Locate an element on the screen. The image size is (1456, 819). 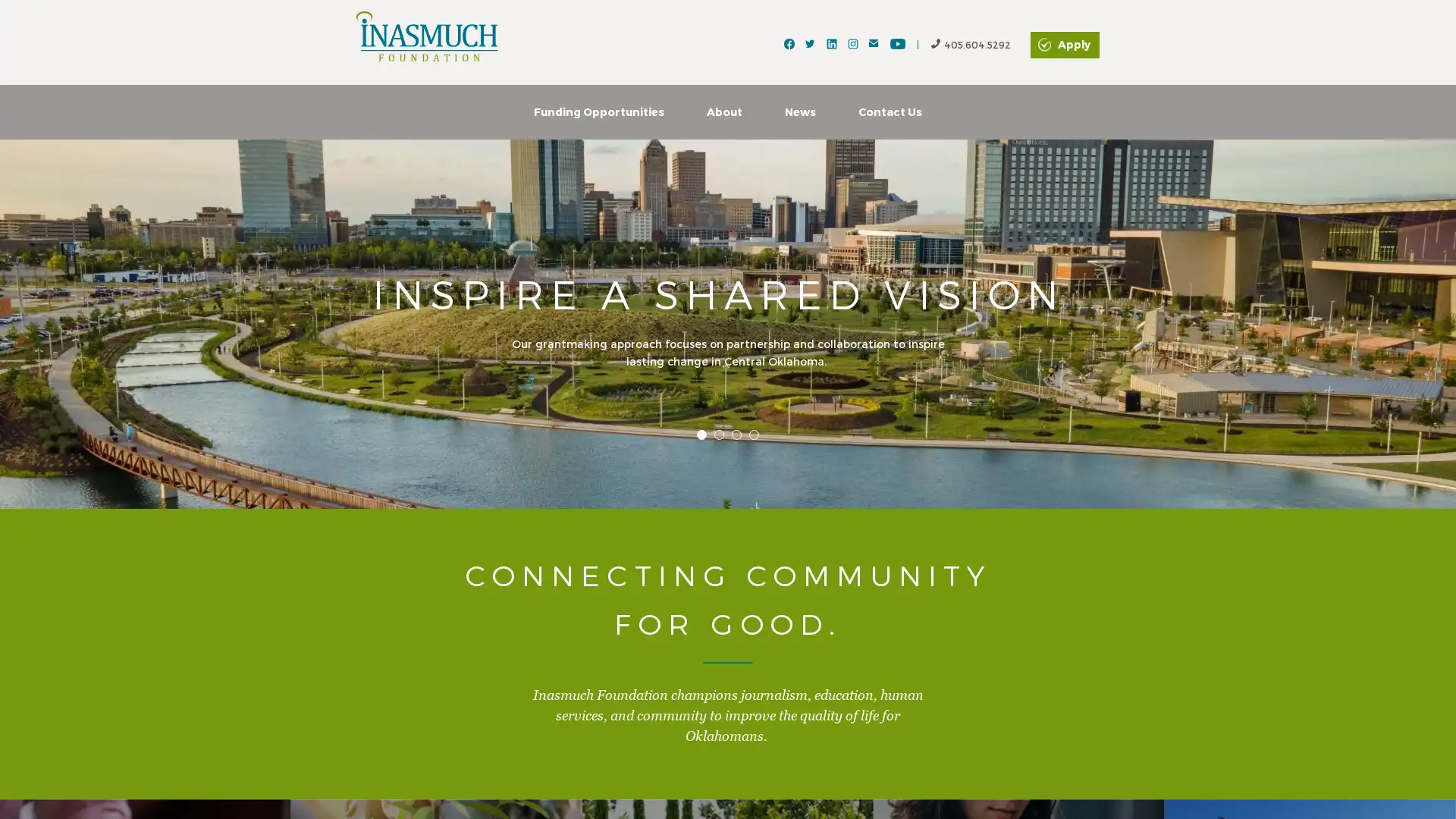
3 is located at coordinates (736, 434).